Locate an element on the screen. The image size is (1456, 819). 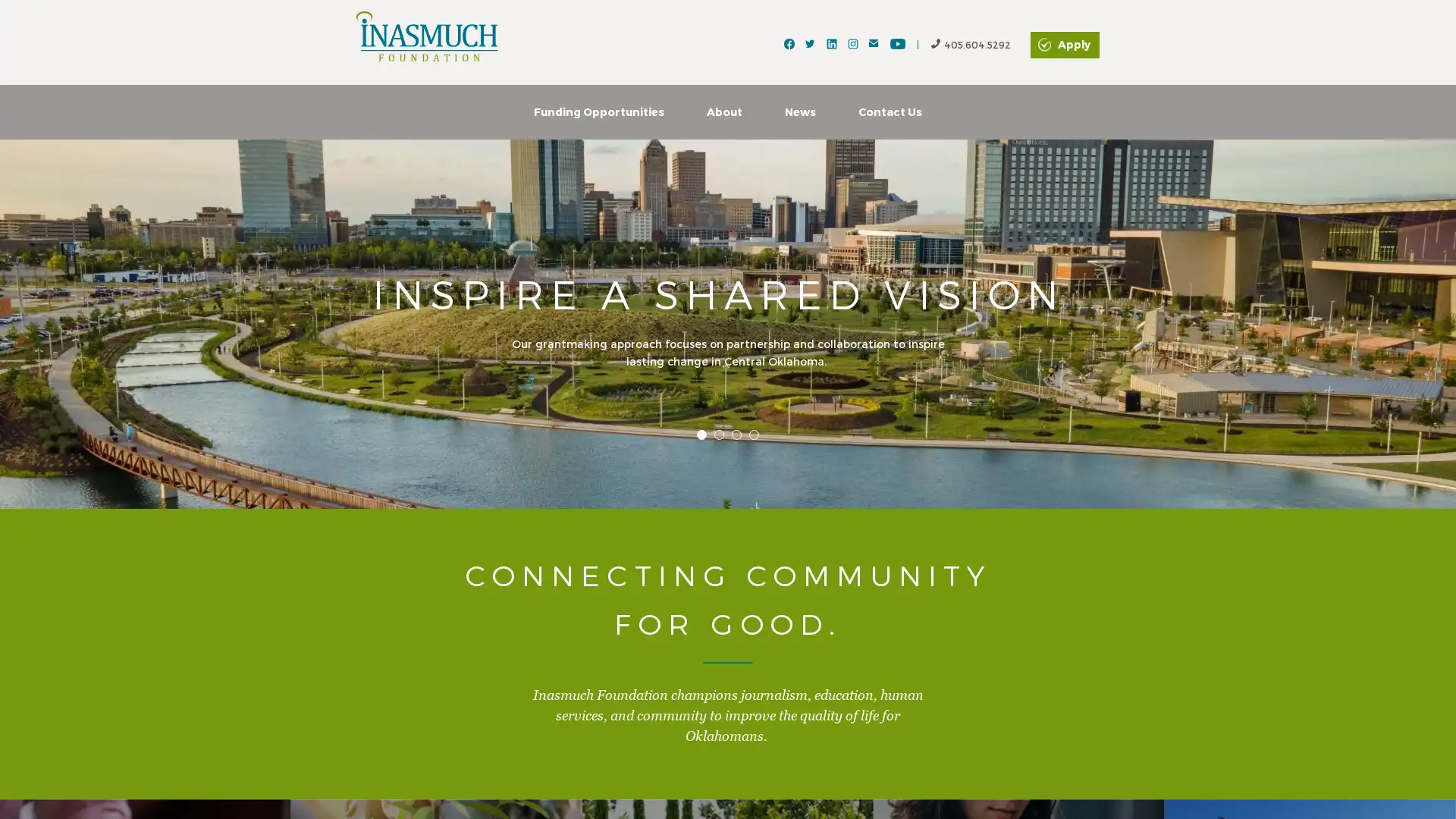
3 is located at coordinates (736, 434).